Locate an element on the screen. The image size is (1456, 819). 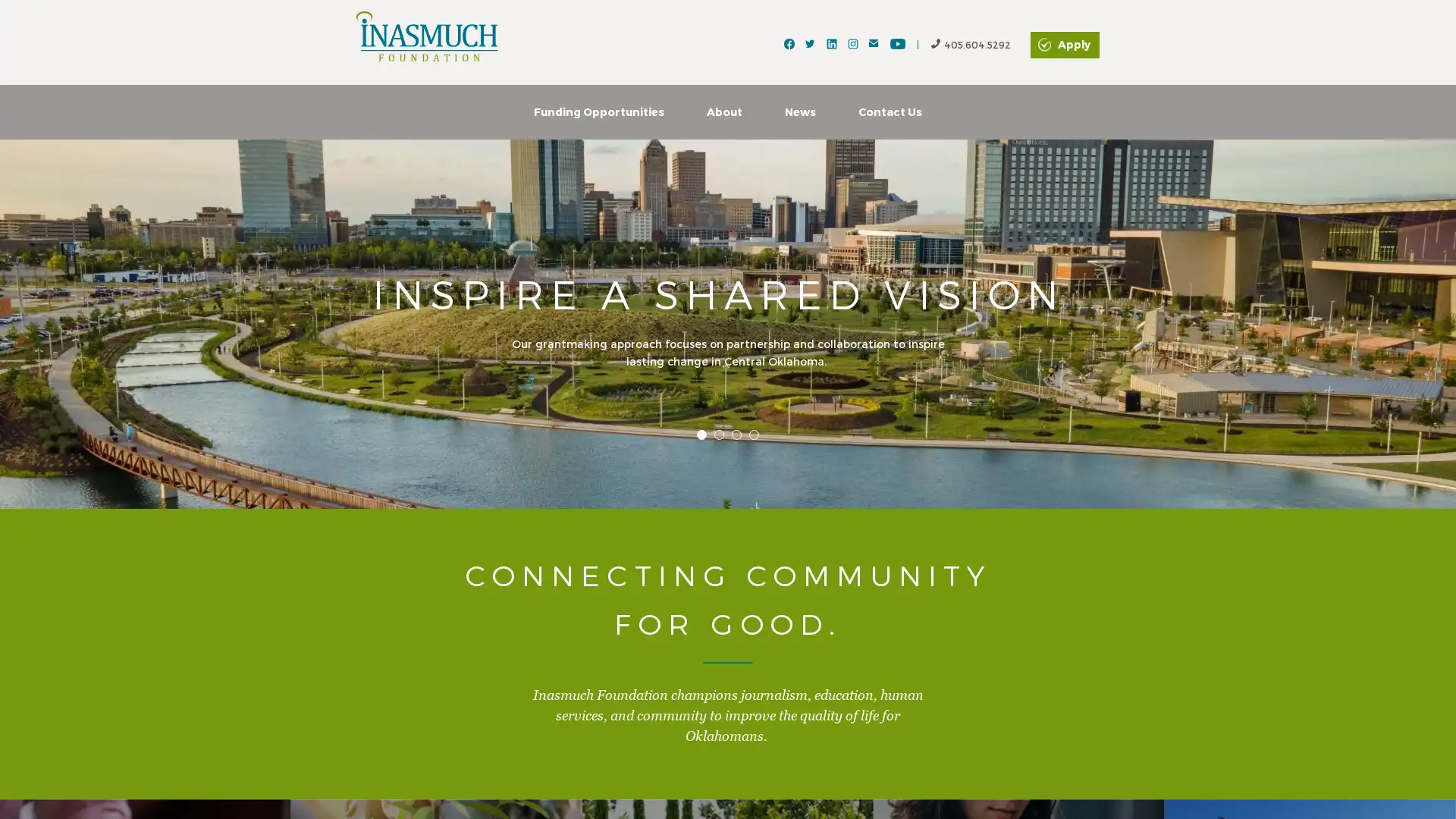
3 is located at coordinates (736, 434).